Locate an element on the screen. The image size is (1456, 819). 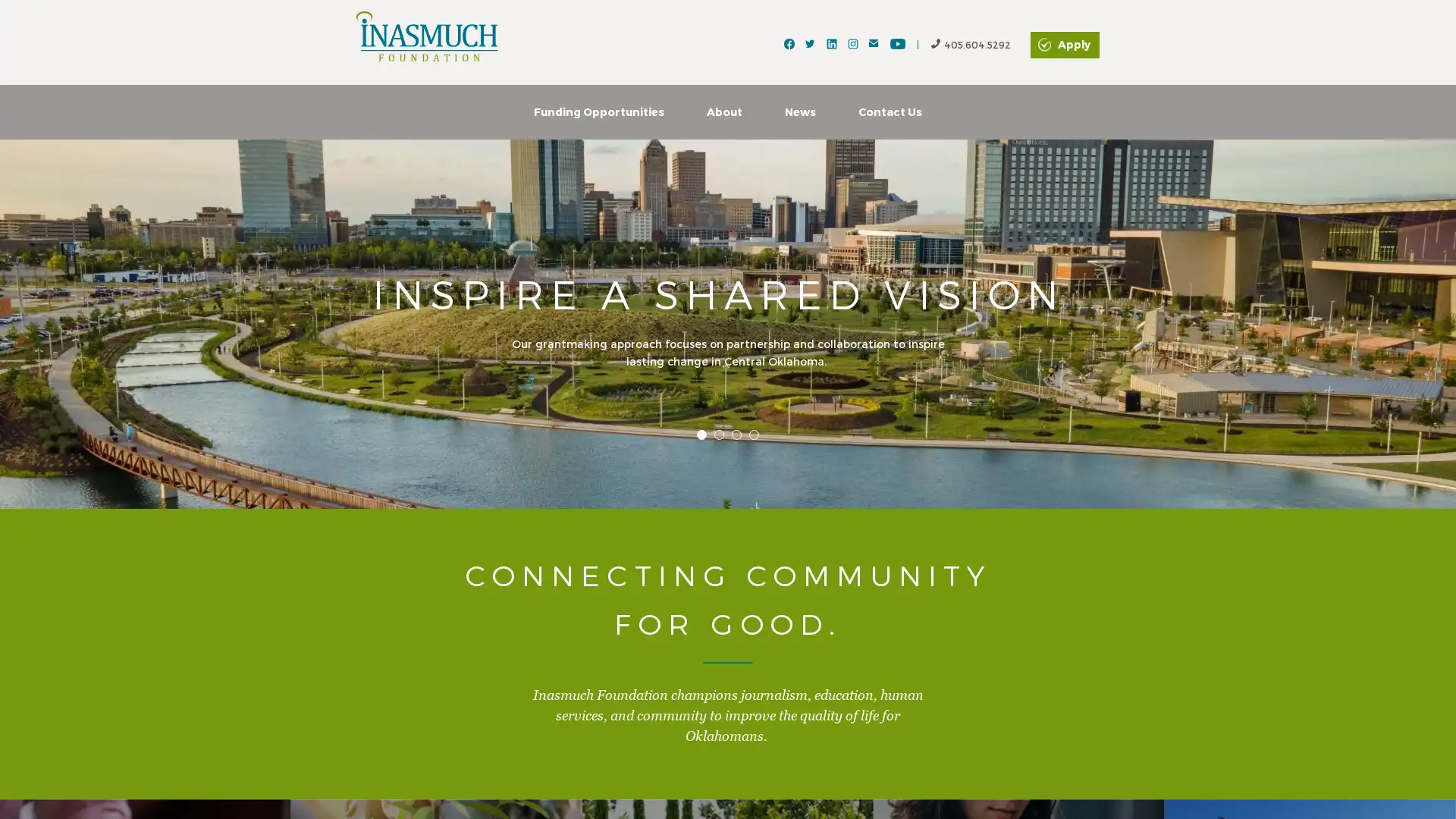
3 is located at coordinates (736, 434).